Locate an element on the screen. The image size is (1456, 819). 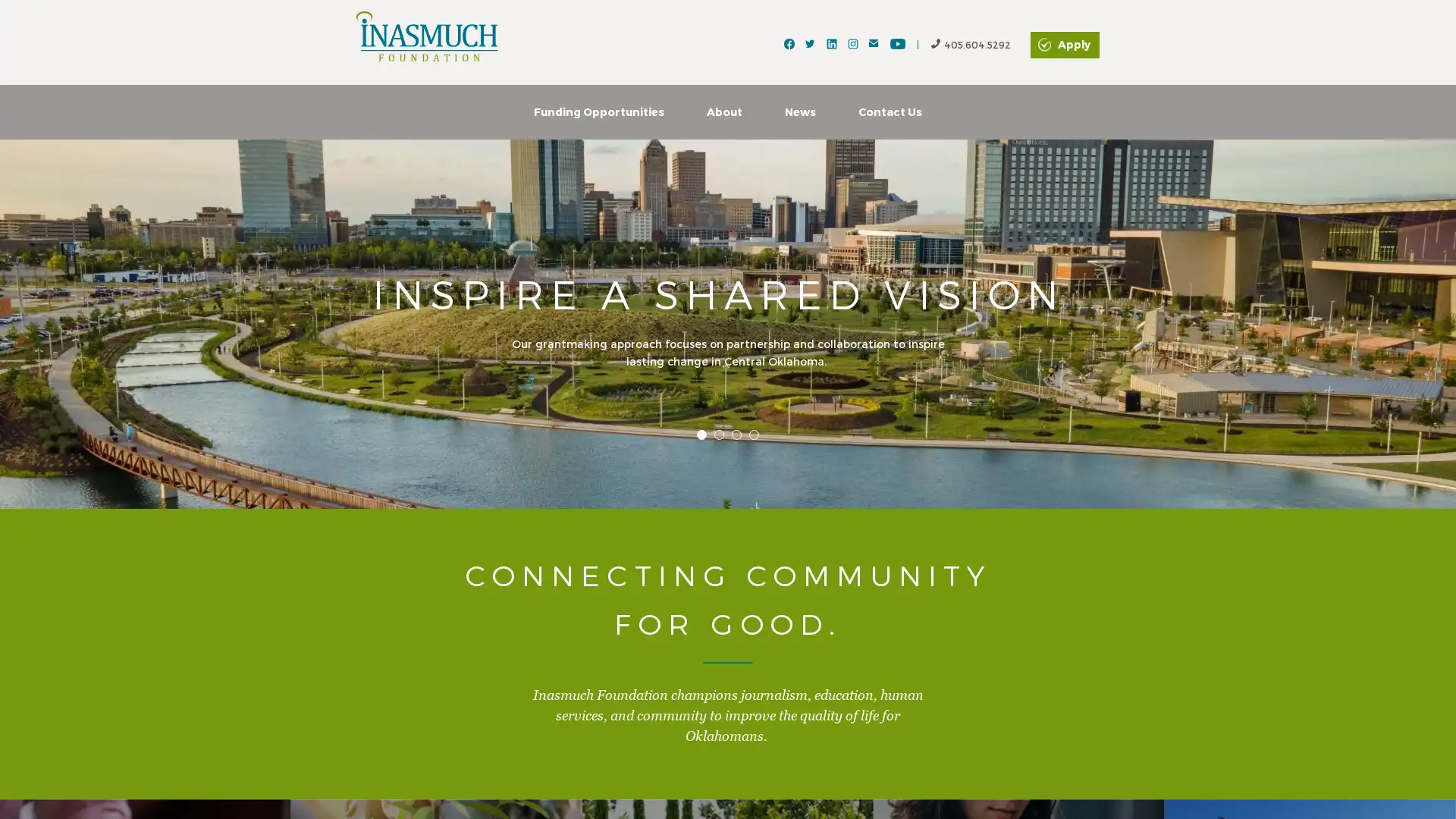
3 is located at coordinates (736, 434).